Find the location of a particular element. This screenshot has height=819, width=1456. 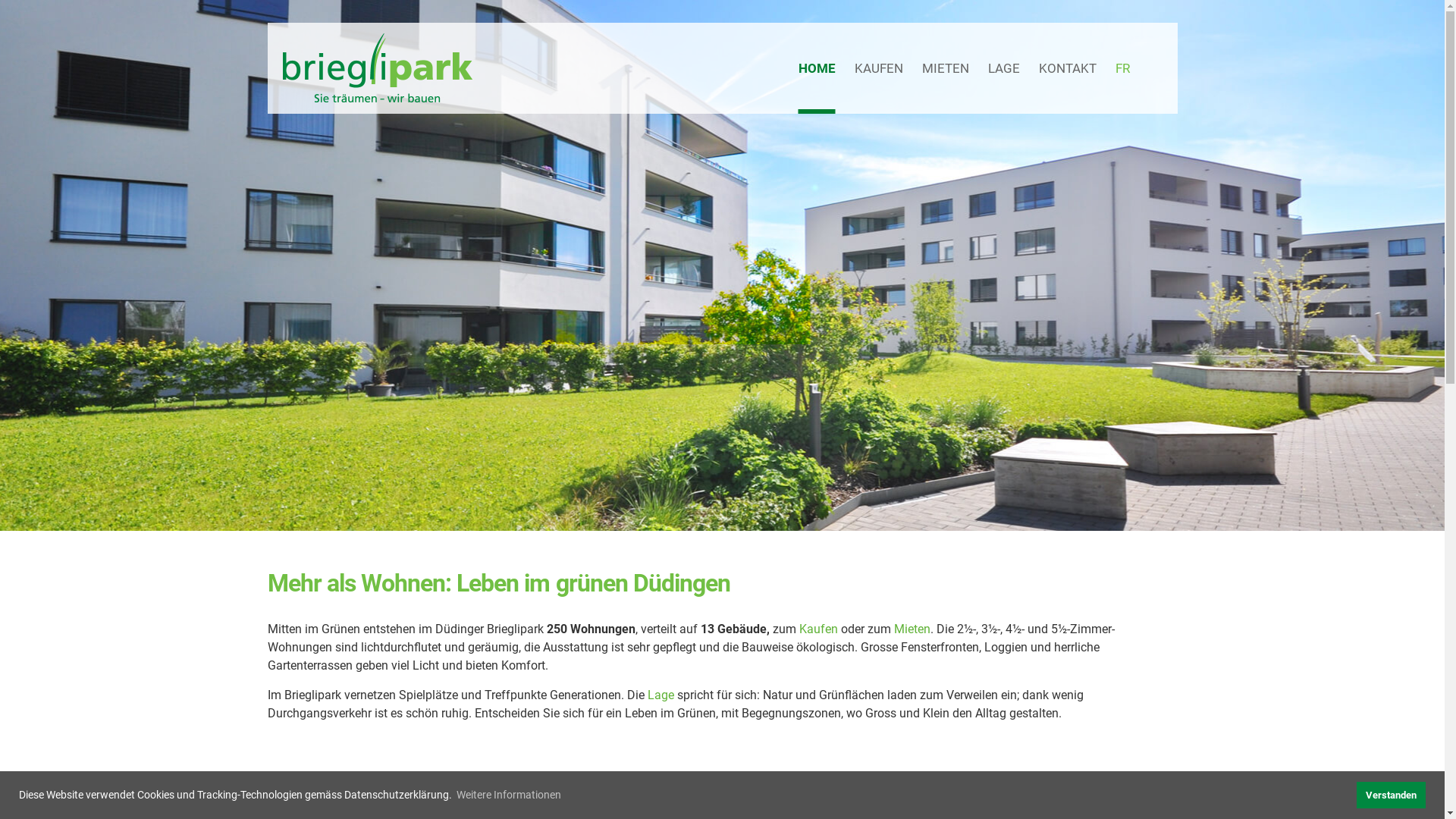

'MIETEN' is located at coordinates (945, 67).